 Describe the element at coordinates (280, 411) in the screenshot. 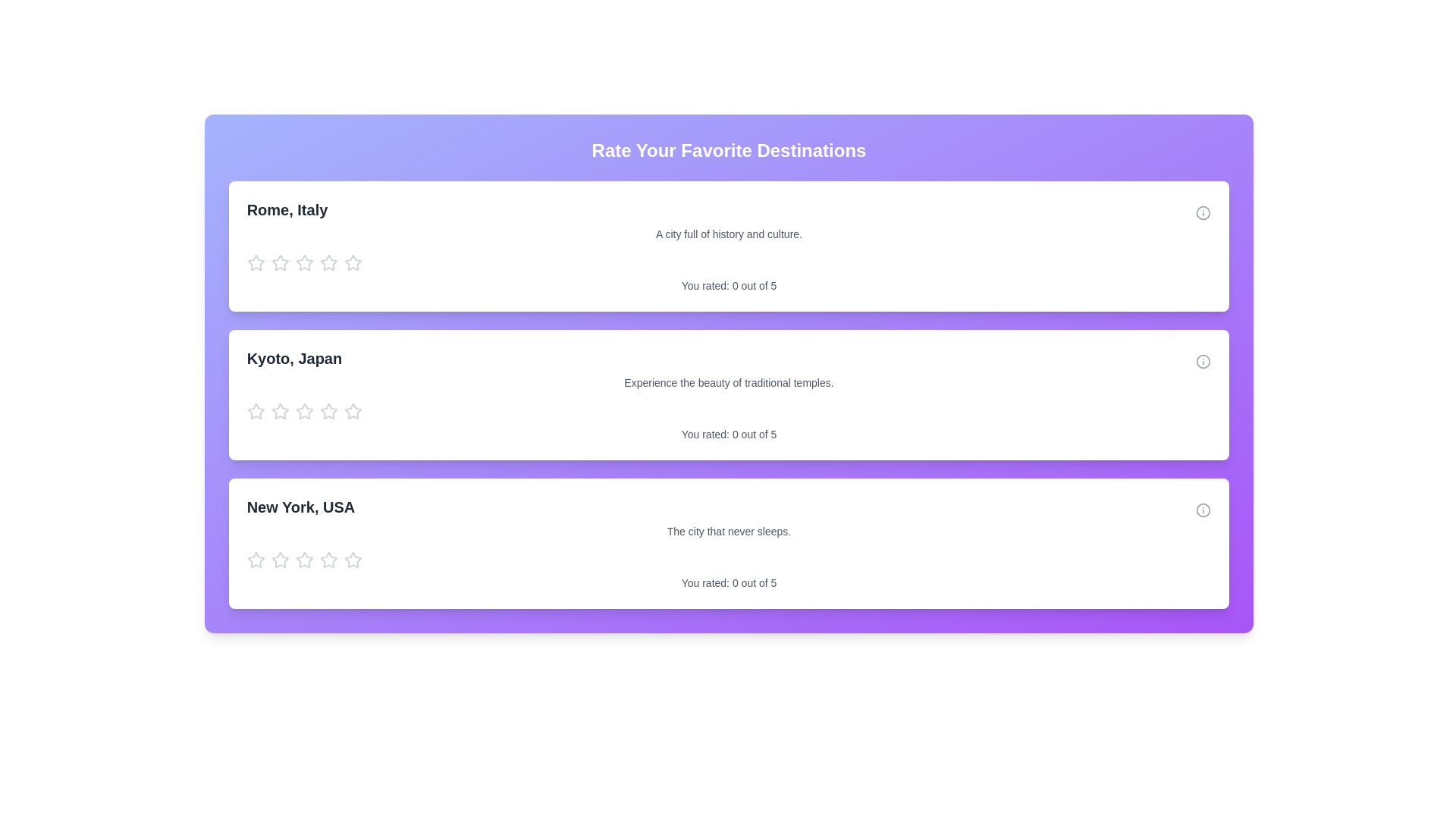

I see `the first star icon in the rating component under 'Kyoto, Japan'` at that location.